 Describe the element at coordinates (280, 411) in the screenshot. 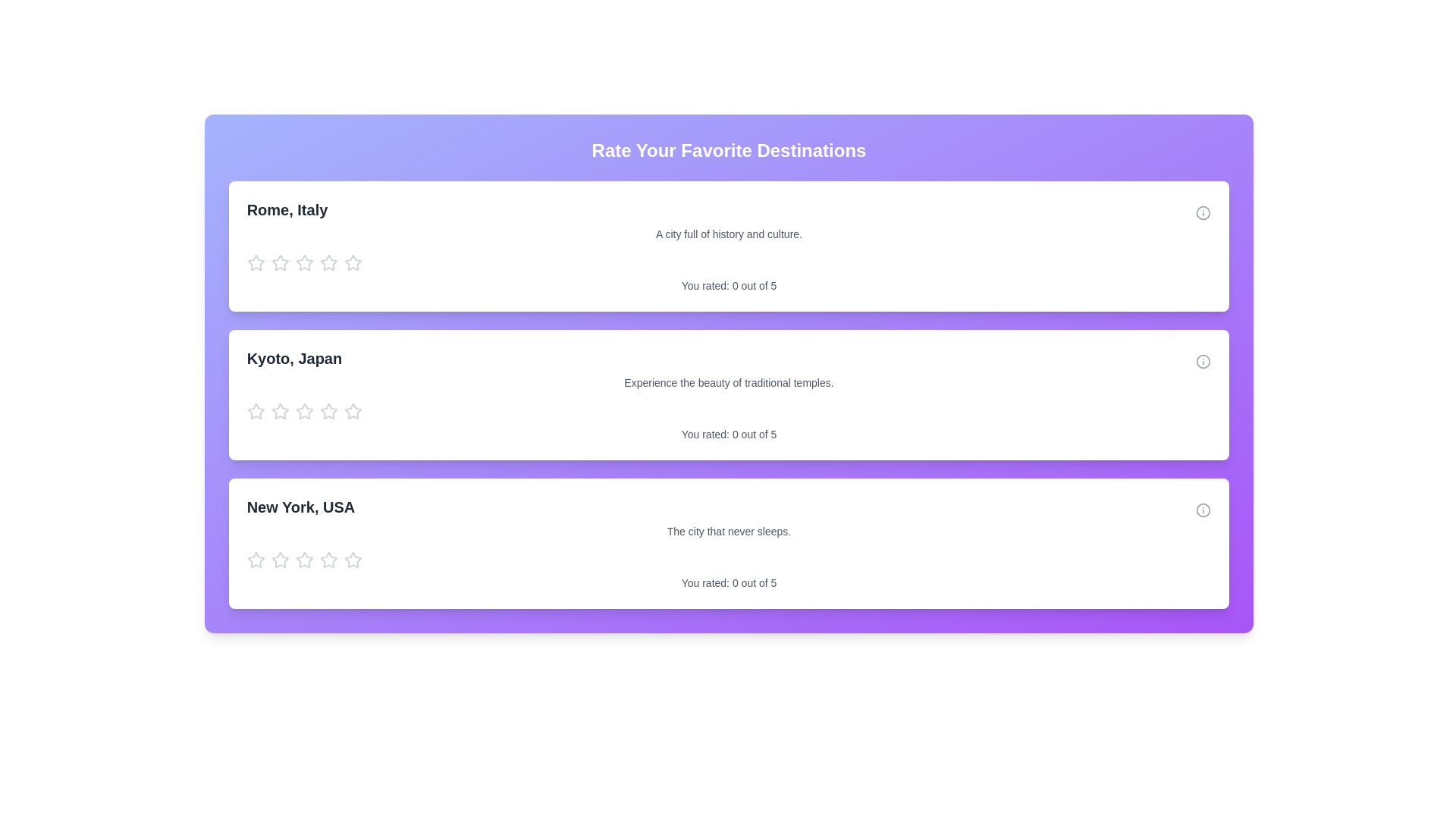

I see `the first star icon in the rating component under 'Kyoto, Japan'` at that location.